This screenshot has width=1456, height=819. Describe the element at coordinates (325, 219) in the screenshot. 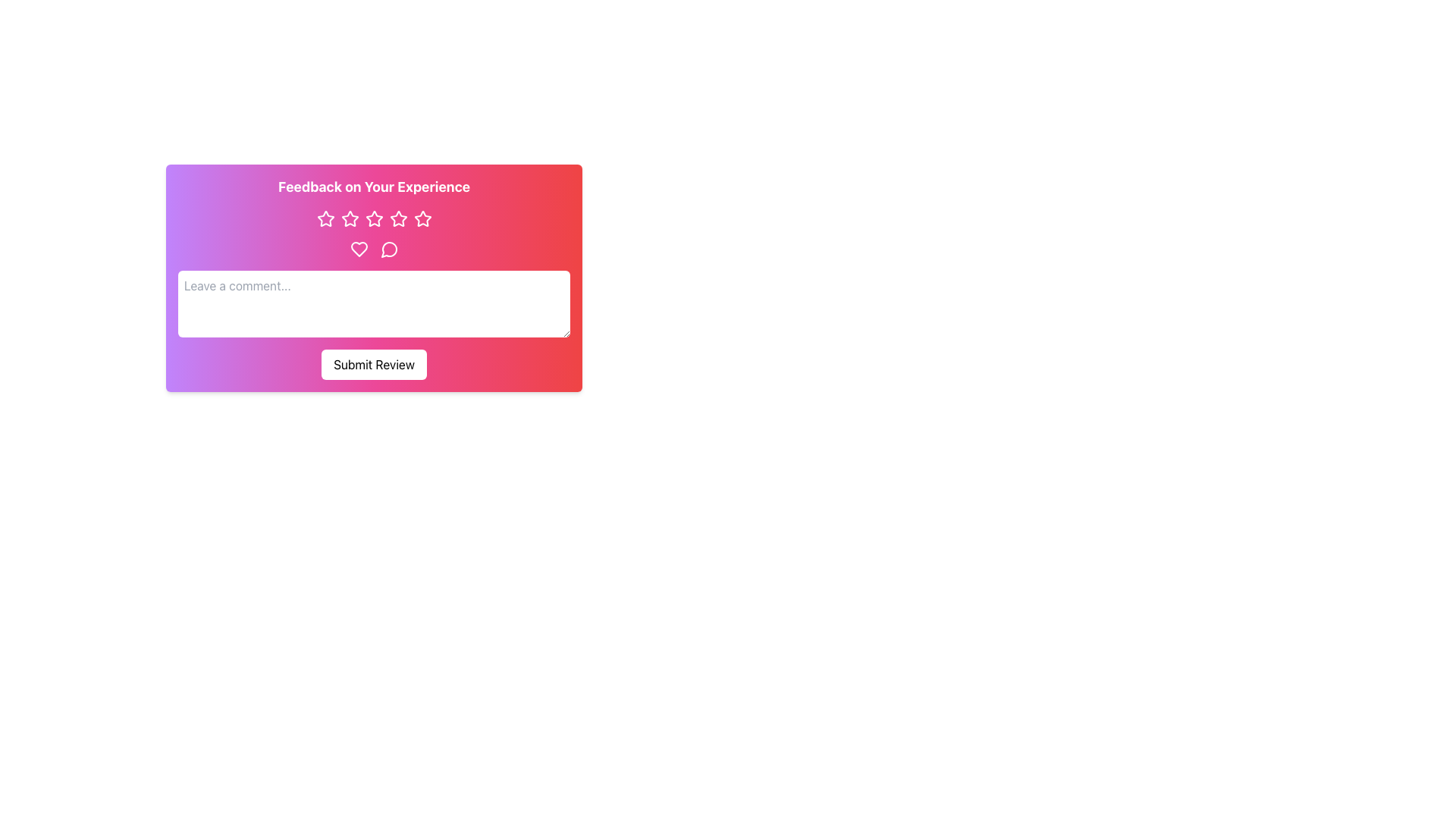

I see `the visual state of the first Rating Star Icon in the feedback modal to assess its rating by hovering over it` at that location.